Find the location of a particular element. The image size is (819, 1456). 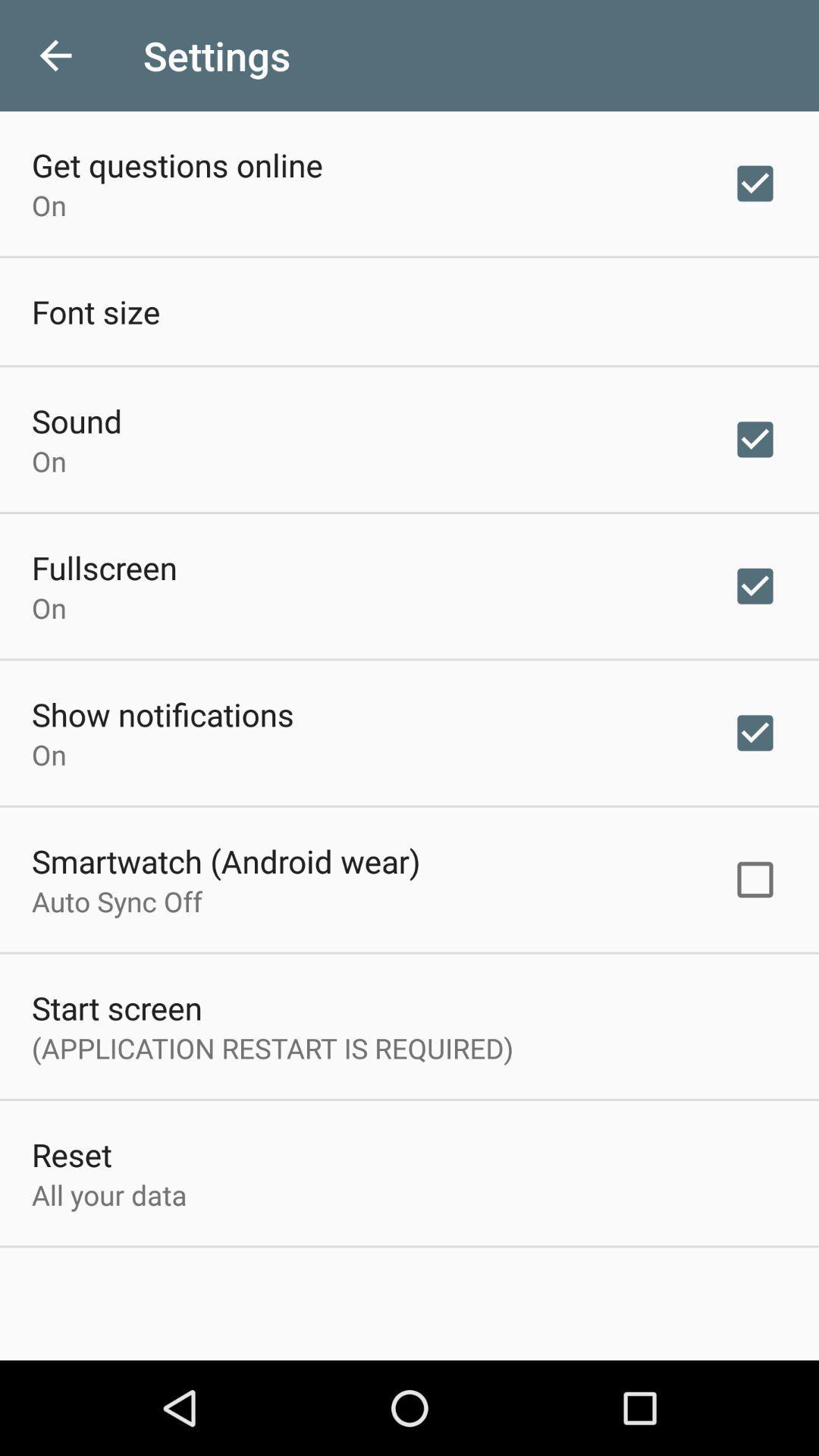

the icon below on item is located at coordinates (226, 861).